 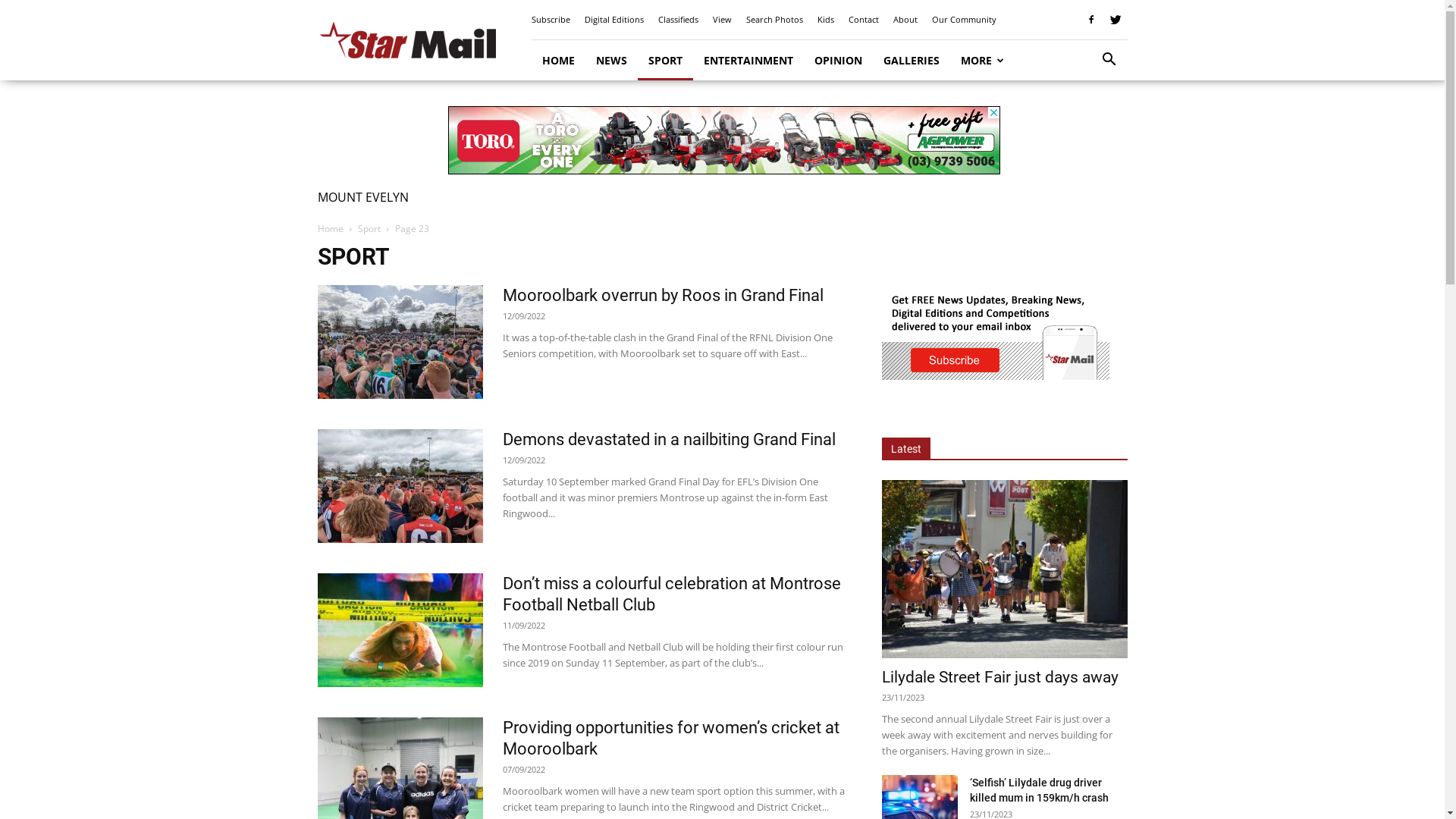 What do you see at coordinates (825, 19) in the screenshot?
I see `'Kids'` at bounding box center [825, 19].